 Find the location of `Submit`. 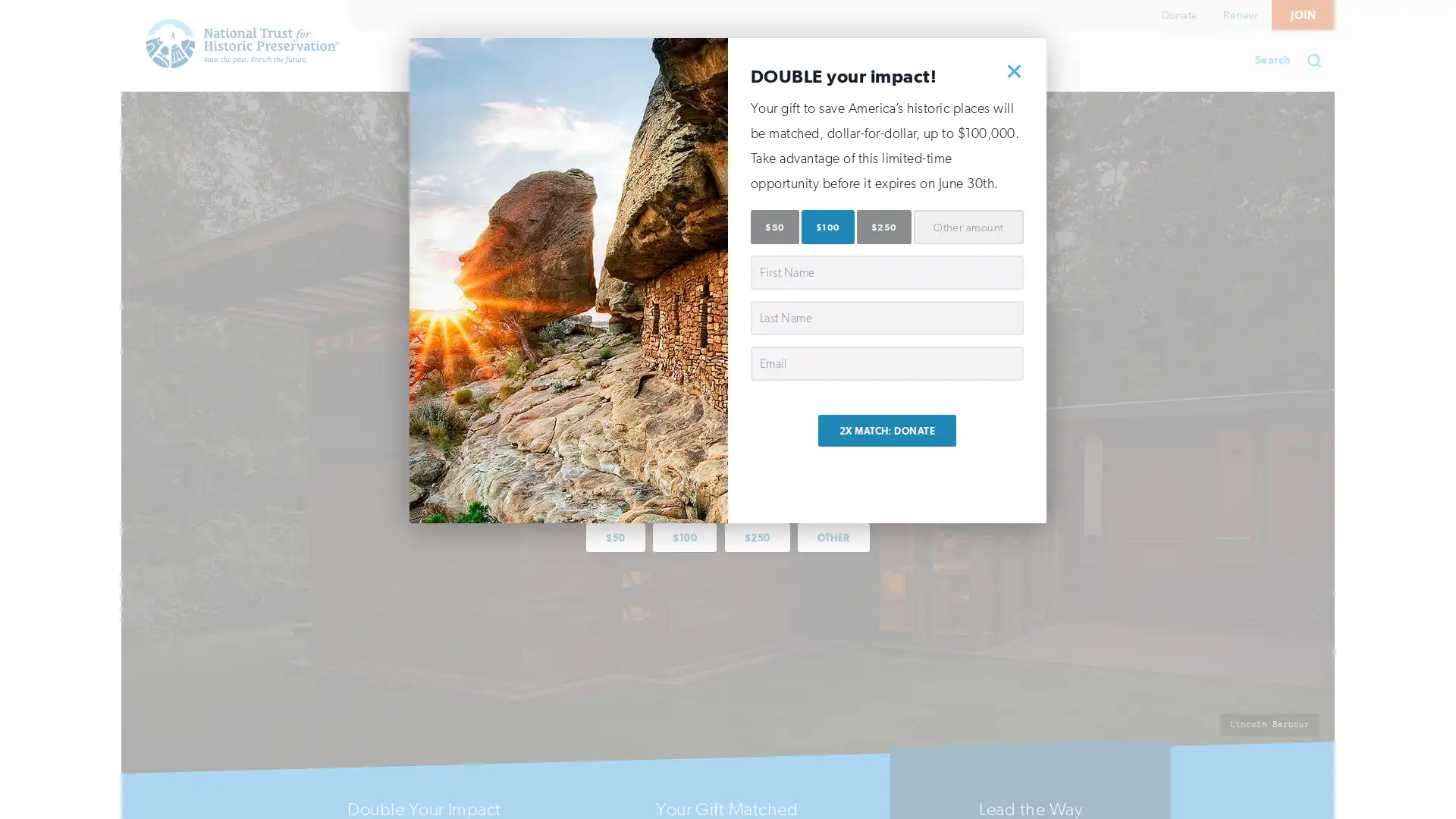

Submit is located at coordinates (1318, 60).